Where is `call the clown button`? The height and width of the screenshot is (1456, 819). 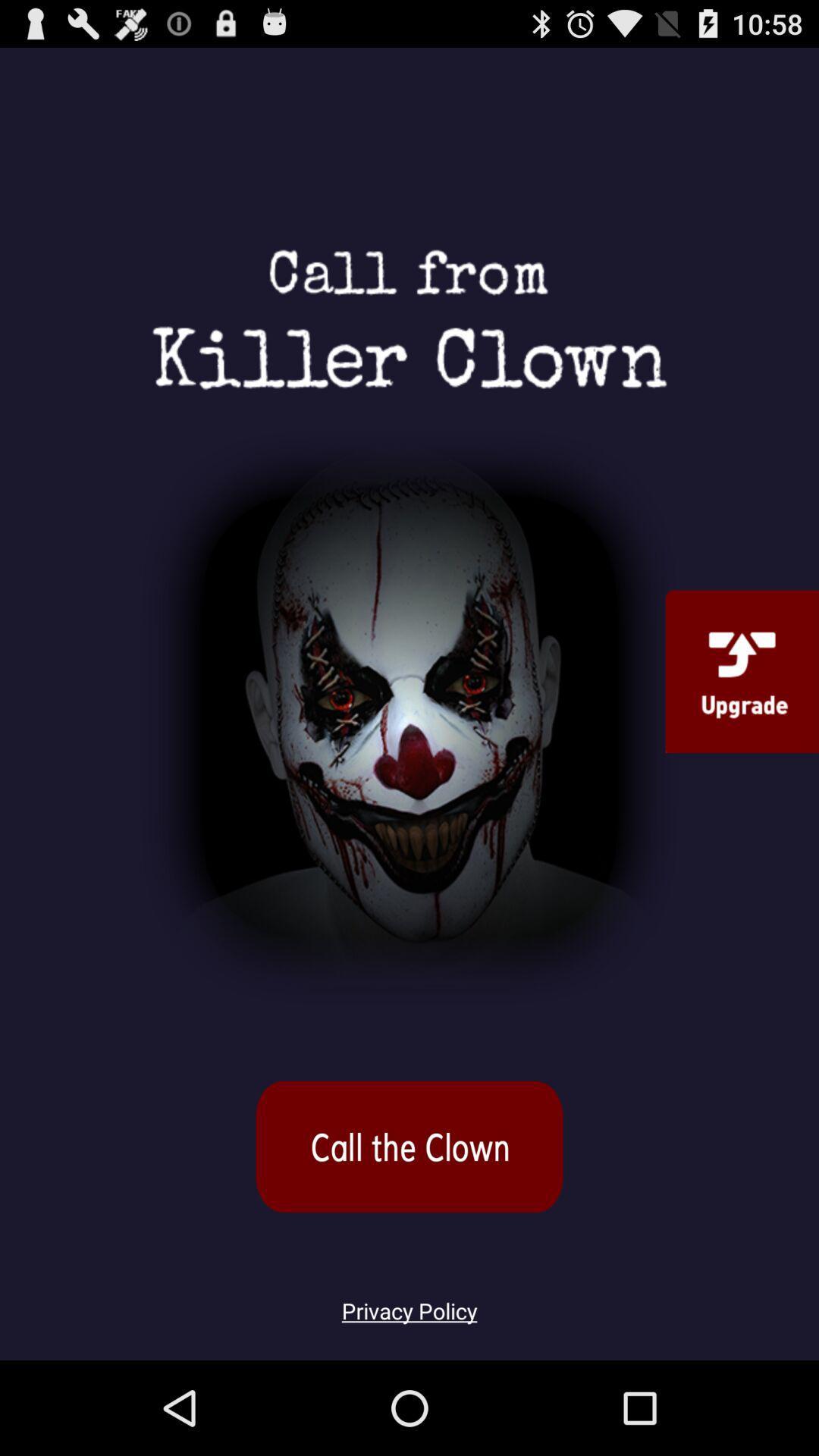 call the clown button is located at coordinates (409, 1147).